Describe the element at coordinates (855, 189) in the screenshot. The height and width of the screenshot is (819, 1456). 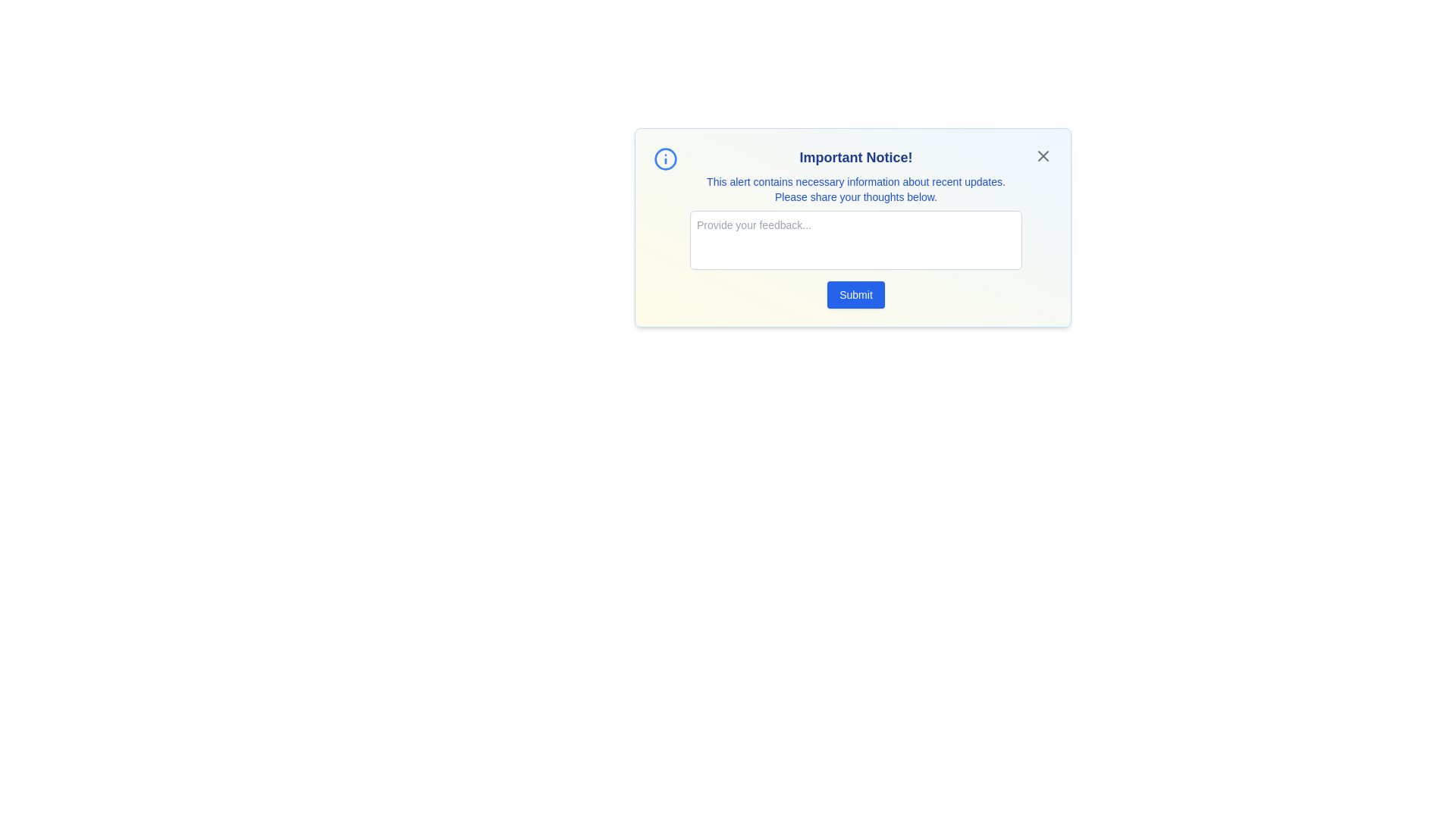
I see `the text block styled in a smaller font size and blue color, positioned below the heading 'Important Notice!' in a pop-up style interface` at that location.